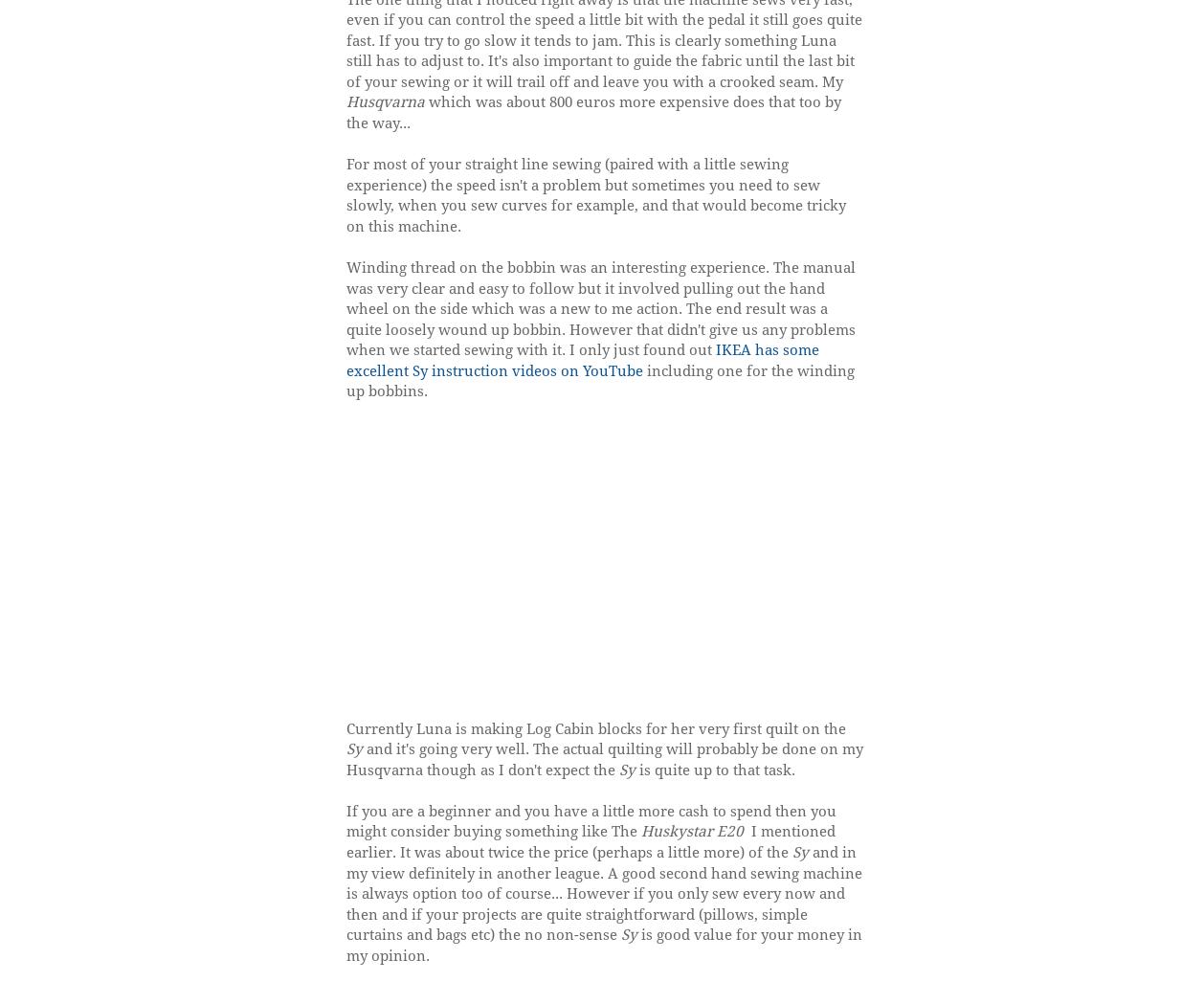 This screenshot has height=982, width=1204. I want to click on 'Currently Luna is making Log Cabin blocks for her very first quilt on the', so click(594, 727).